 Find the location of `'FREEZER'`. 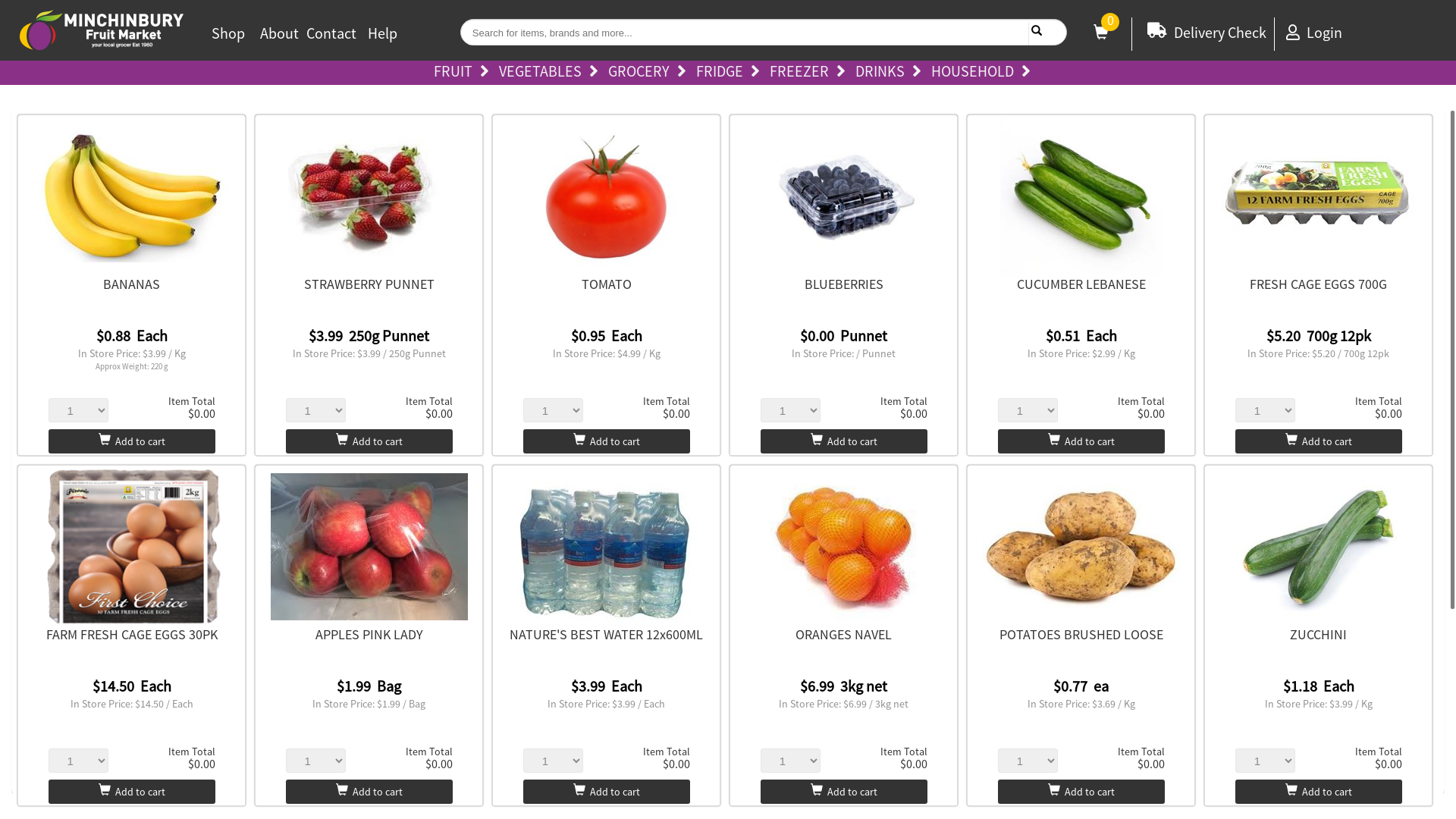

'FREEZER' is located at coordinates (768, 72).